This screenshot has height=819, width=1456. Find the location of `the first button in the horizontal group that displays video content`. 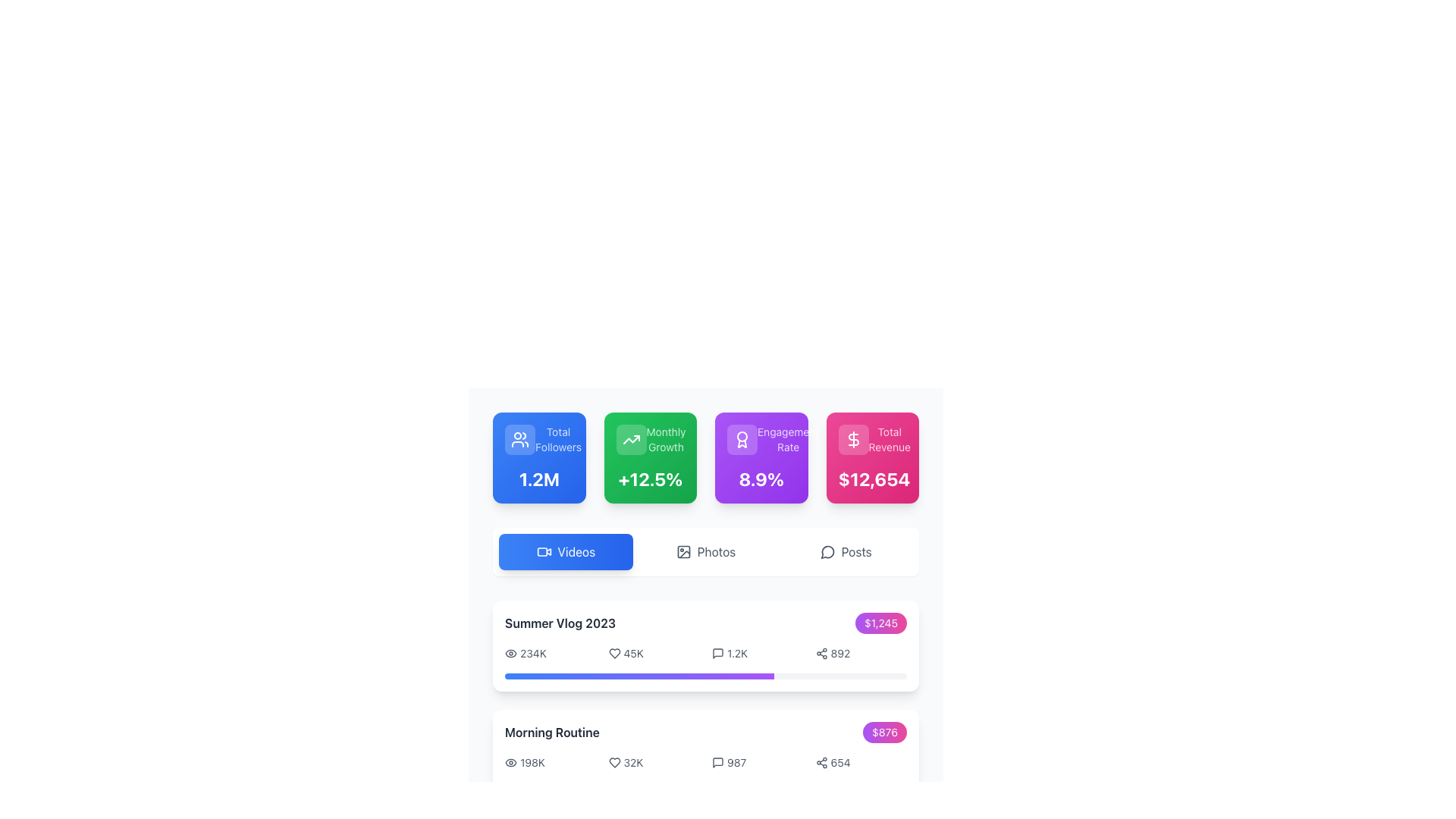

the first button in the horizontal group that displays video content is located at coordinates (565, 552).